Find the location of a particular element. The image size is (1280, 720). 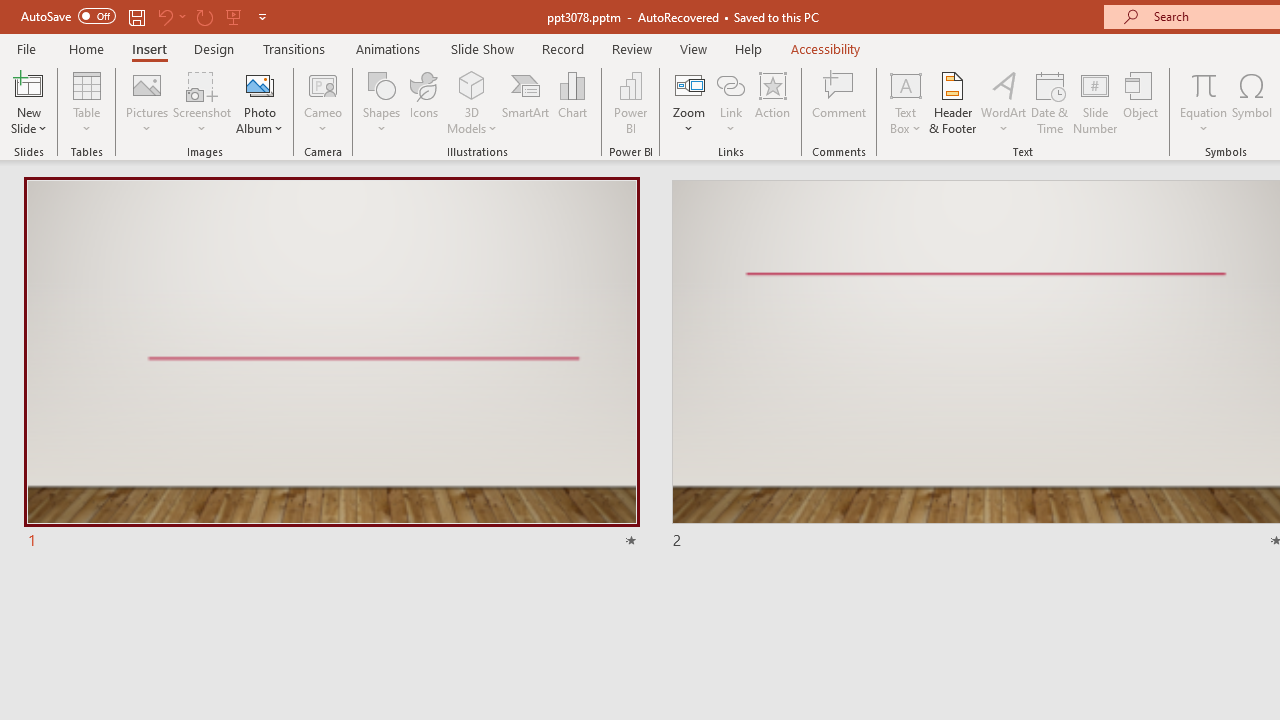

'Power BI' is located at coordinates (630, 103).